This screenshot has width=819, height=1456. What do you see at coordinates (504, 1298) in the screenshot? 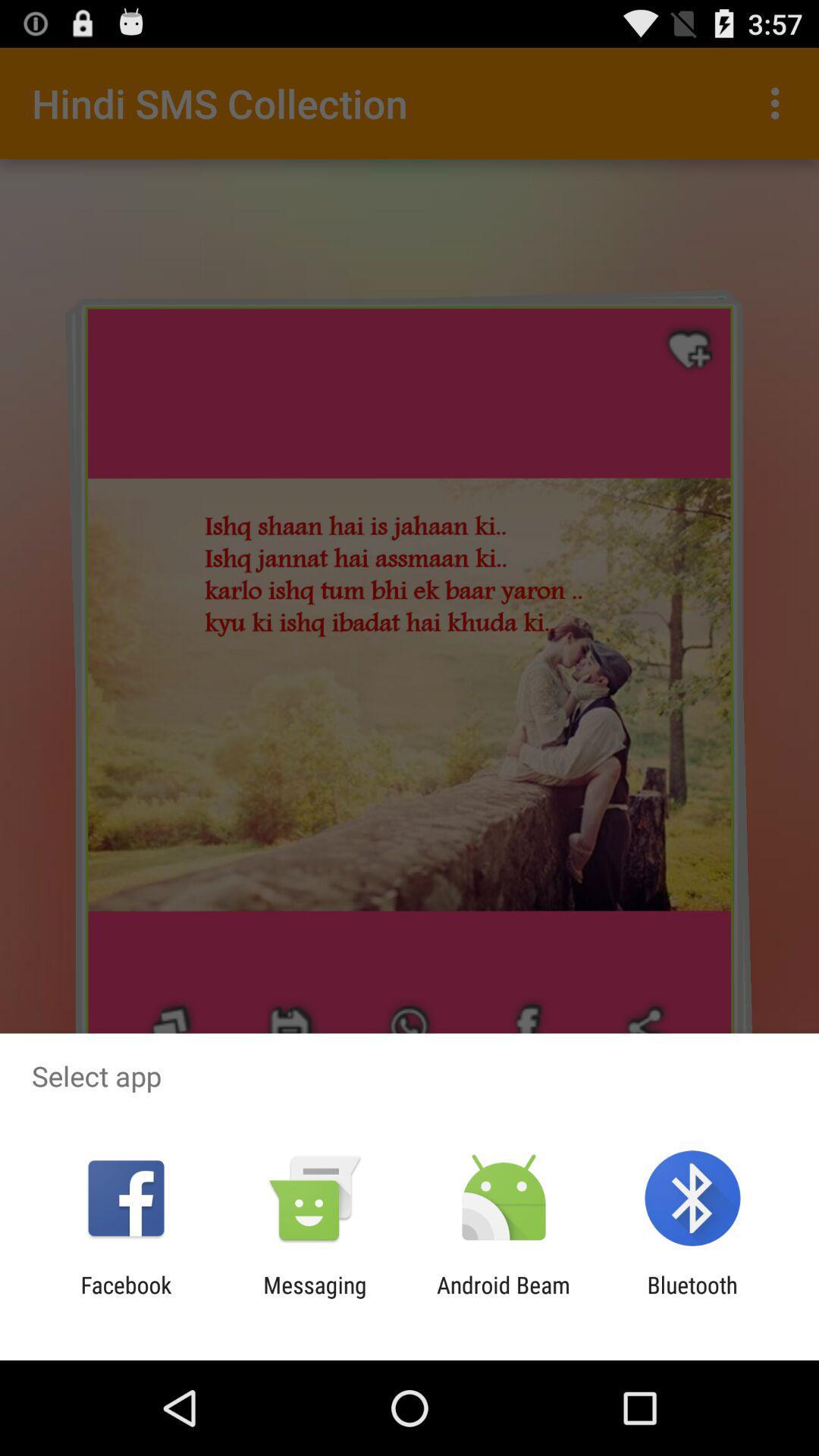
I see `app to the left of the bluetooth app` at bounding box center [504, 1298].